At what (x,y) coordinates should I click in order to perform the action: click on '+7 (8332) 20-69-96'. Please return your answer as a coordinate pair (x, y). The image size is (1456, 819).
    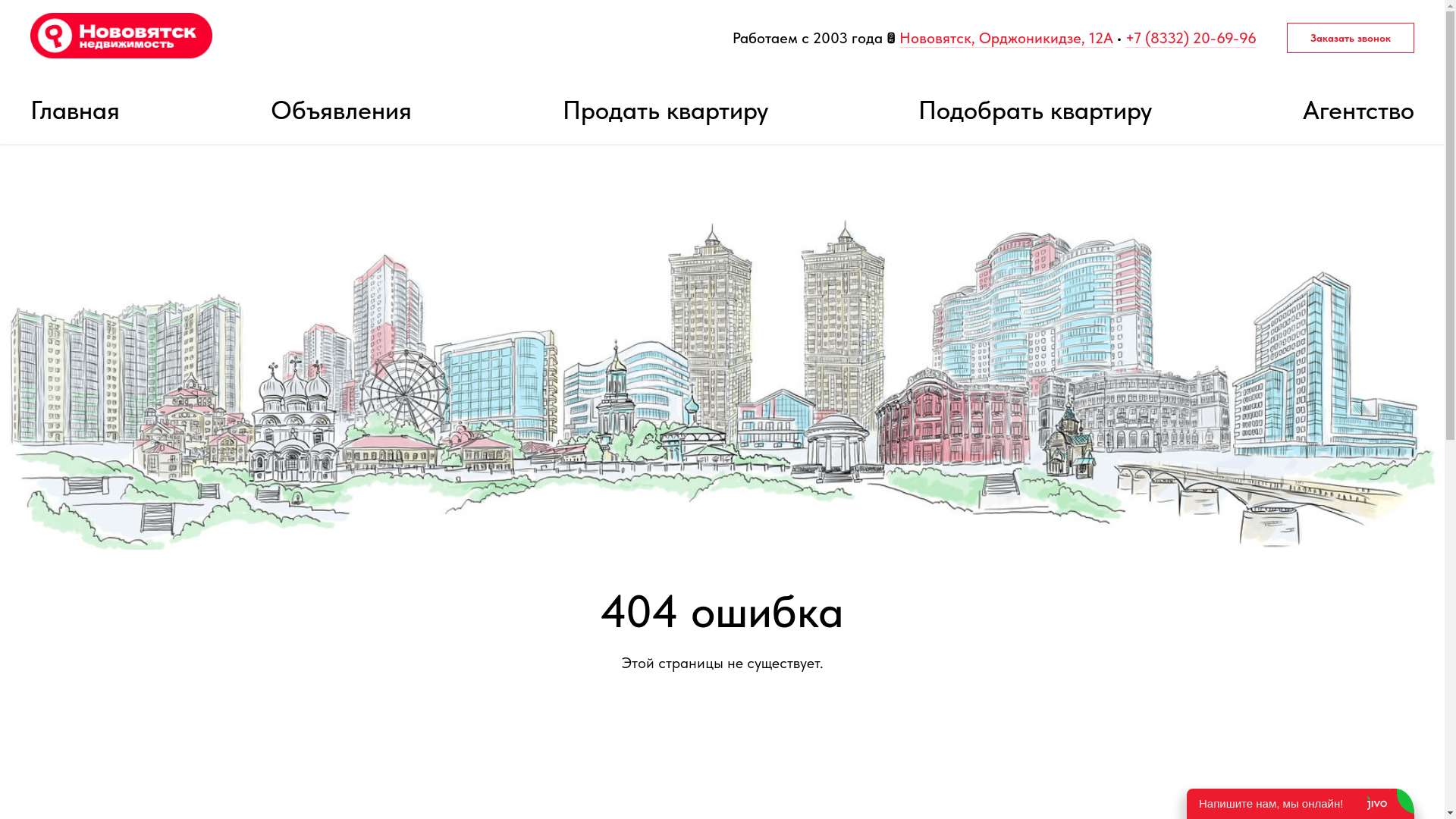
    Looking at the image, I should click on (1190, 37).